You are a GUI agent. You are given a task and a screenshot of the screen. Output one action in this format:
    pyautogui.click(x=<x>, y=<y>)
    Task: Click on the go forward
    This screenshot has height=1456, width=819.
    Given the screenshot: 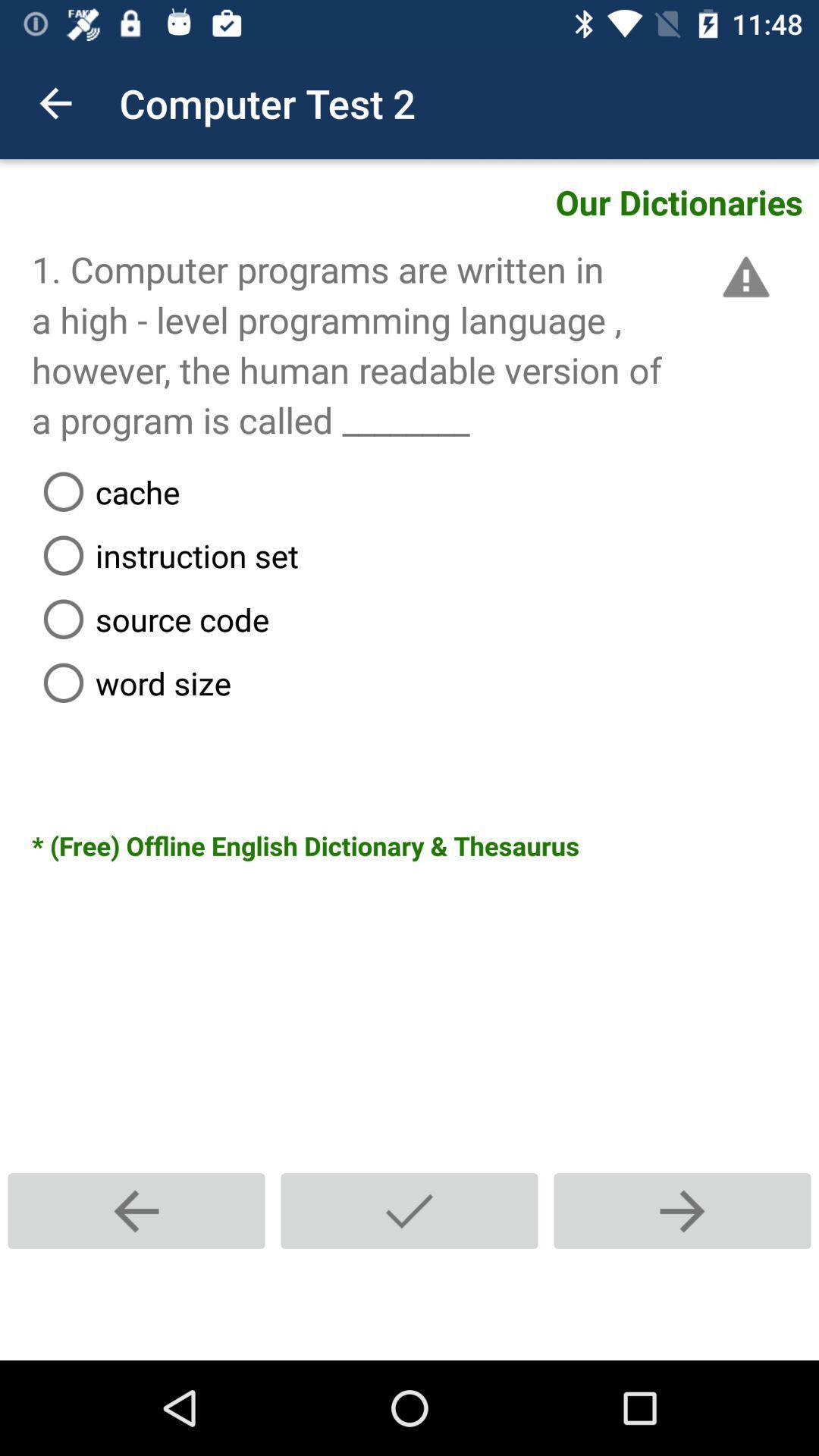 What is the action you would take?
    pyautogui.click(x=681, y=1210)
    